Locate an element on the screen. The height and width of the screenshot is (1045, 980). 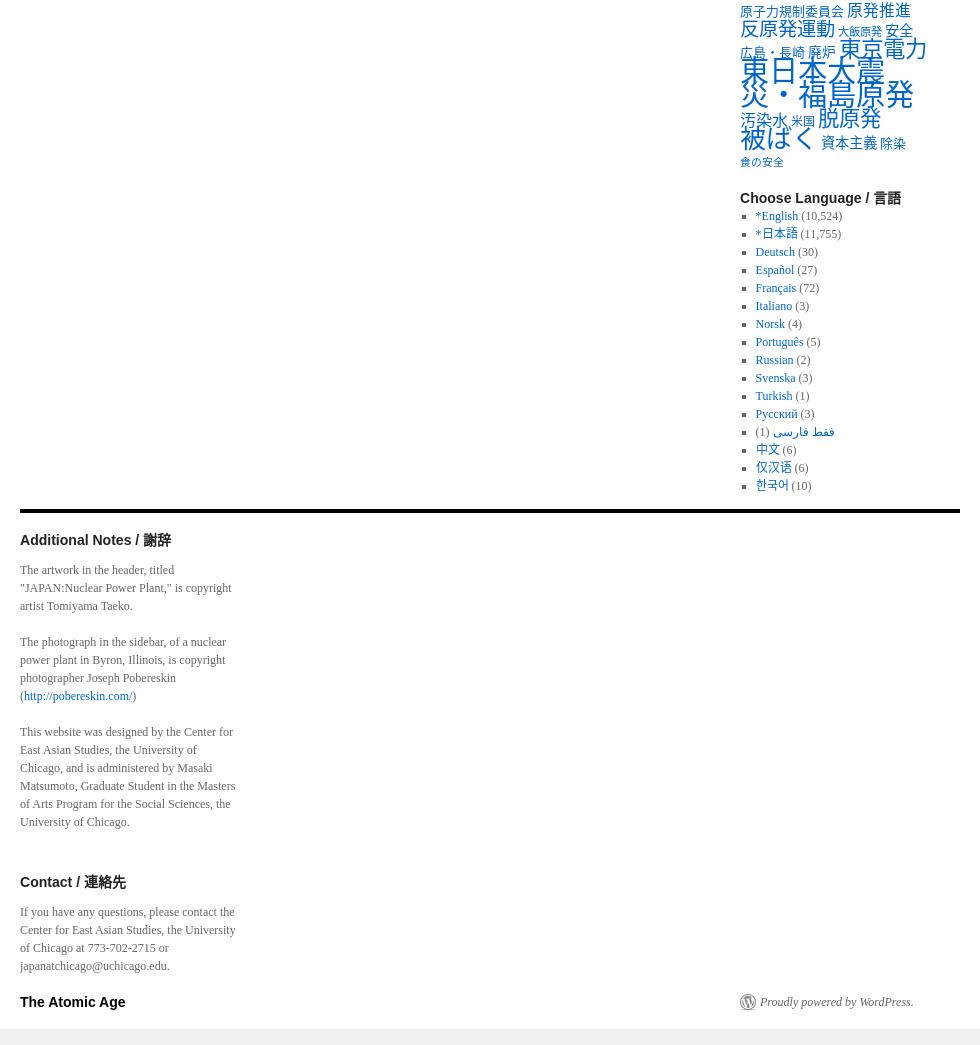
'This website was designed by the Center for East Asian Studies, the University of Chicago, and is administered by Masaki Matsumoto, Graduate Student in the Masters of Arts Program for the Social Sciences, the University of Chicago.' is located at coordinates (127, 776).